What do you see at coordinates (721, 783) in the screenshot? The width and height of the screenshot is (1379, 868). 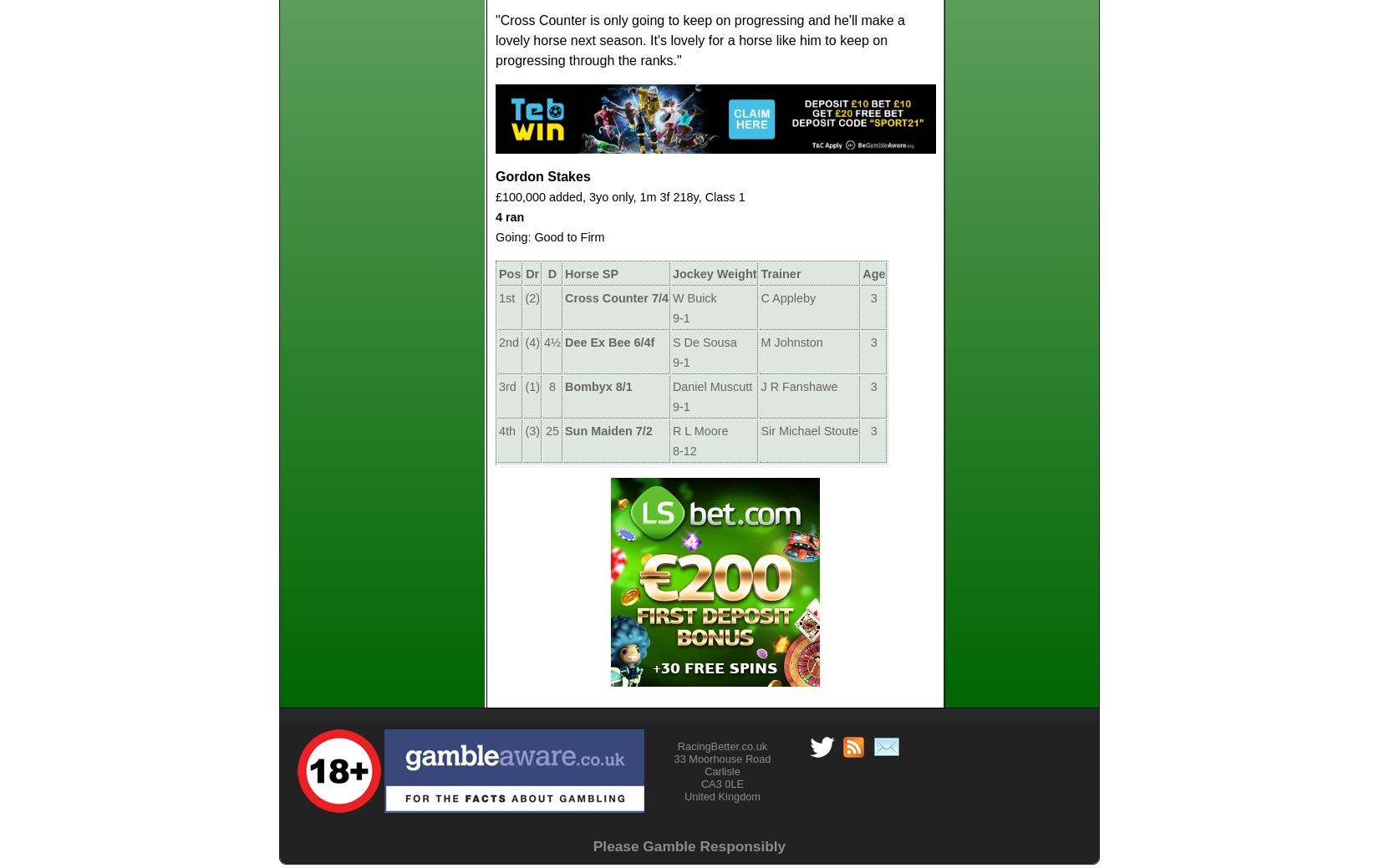 I see `'CA3 0LE'` at bounding box center [721, 783].